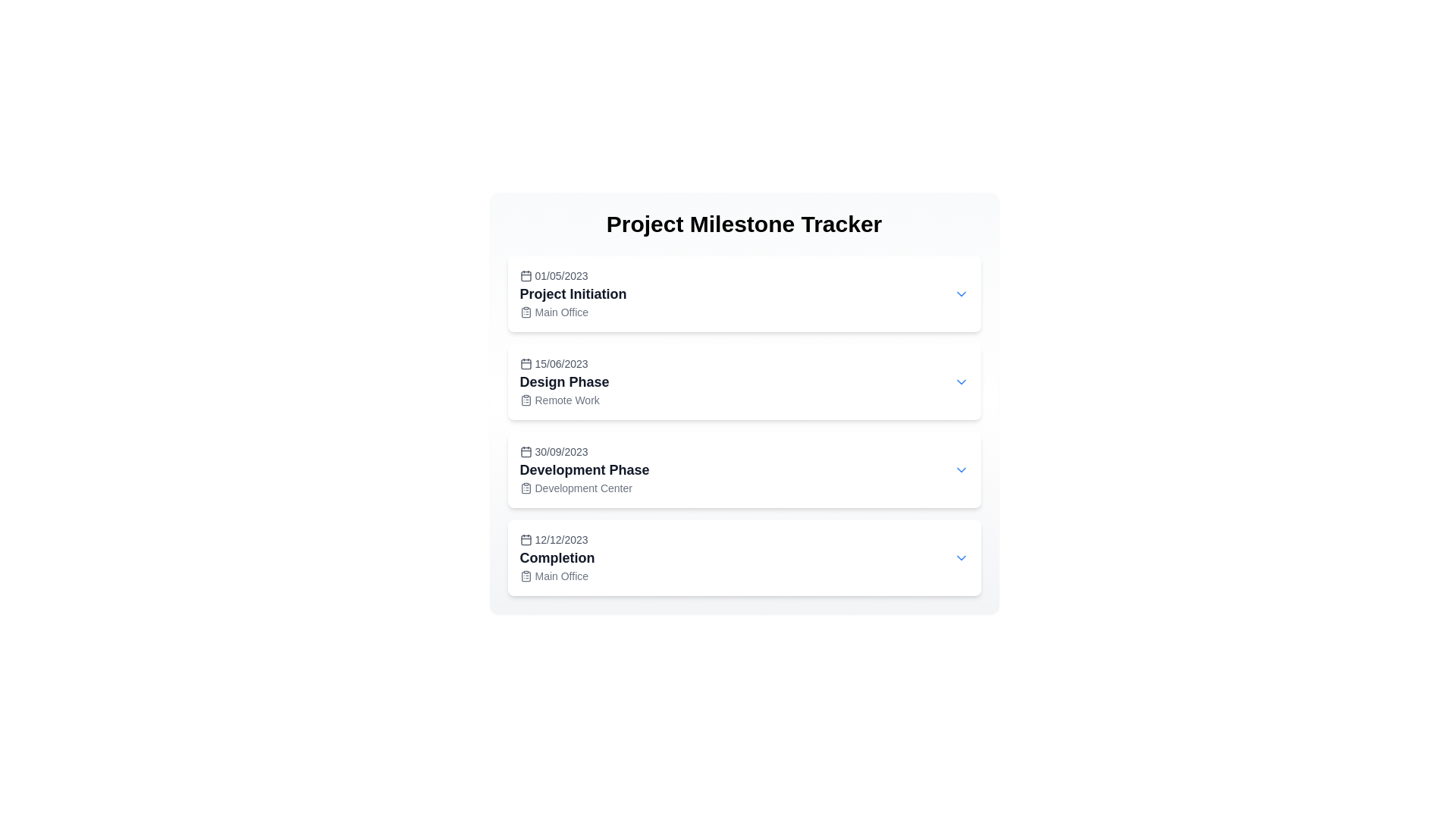 This screenshot has width=1456, height=819. I want to click on the clipboard icon located within the 'Development Phase' milestone item, which visually represents a clipboard and is slightly to the left of the milestone title, so click(526, 488).